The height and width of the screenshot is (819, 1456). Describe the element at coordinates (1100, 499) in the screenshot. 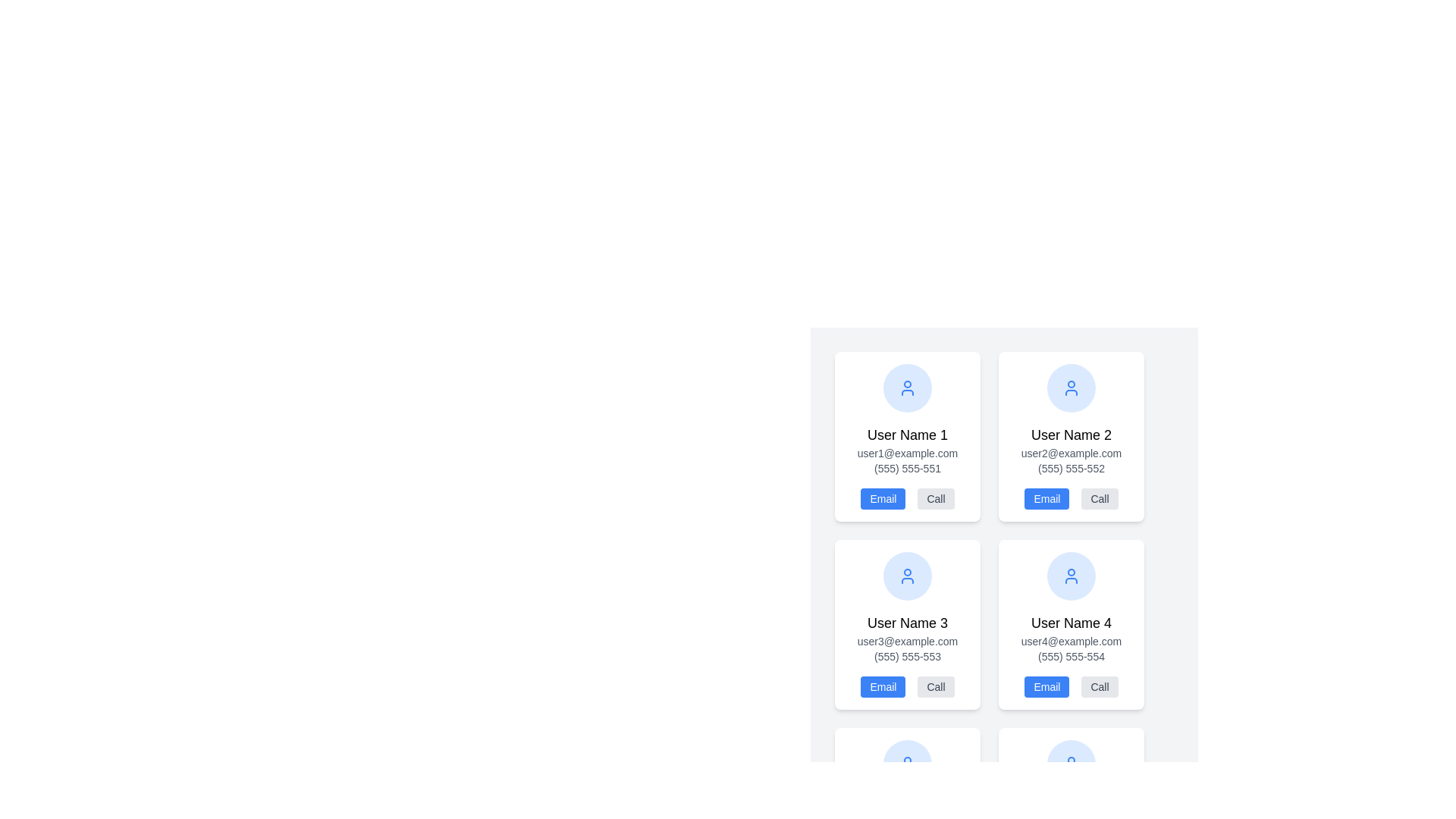

I see `the call button located to the right of the blue 'Email' button to trigger hover effects` at that location.